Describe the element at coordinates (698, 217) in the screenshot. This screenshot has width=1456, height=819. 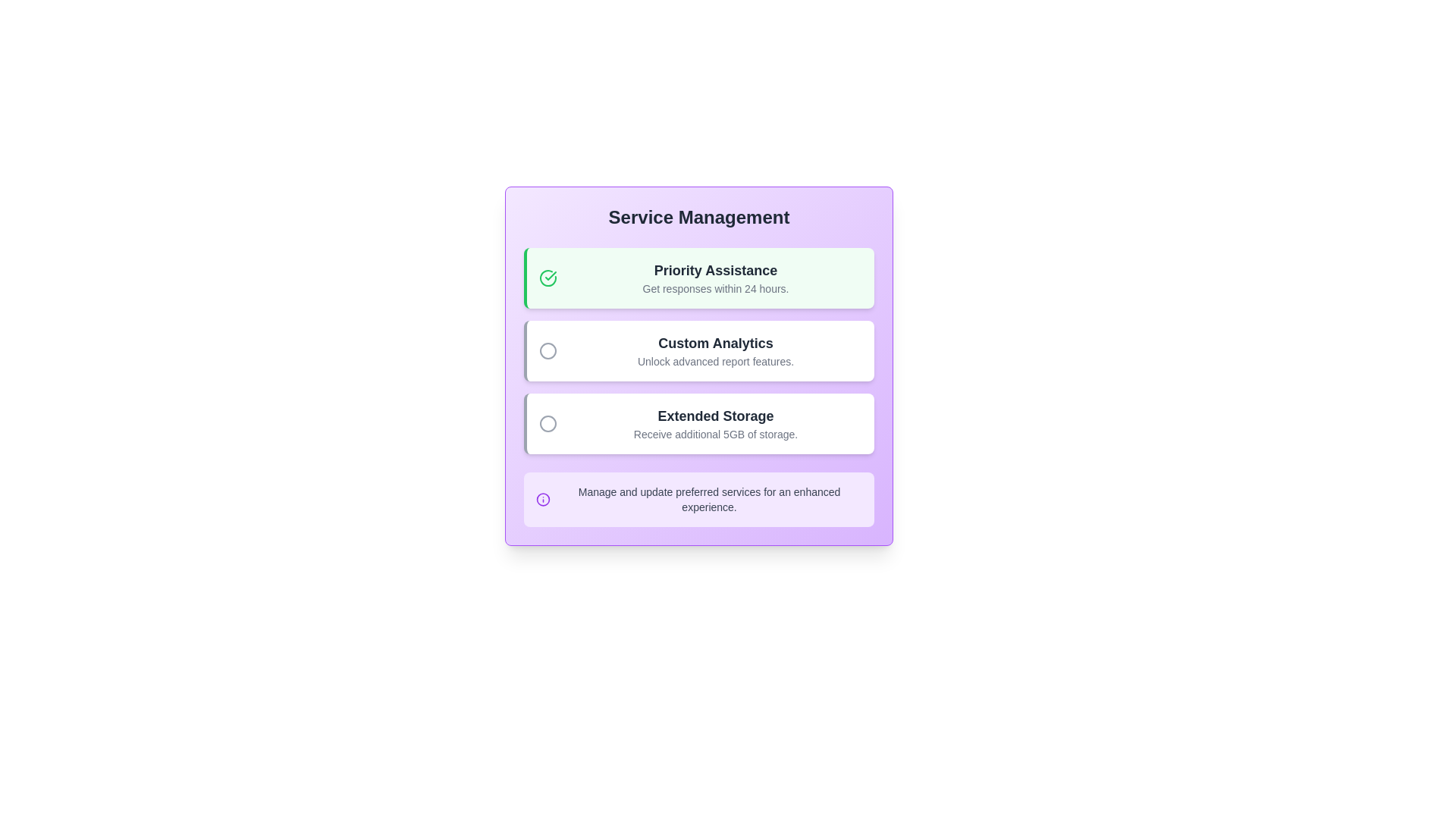
I see `the 'Service Management' static text header, which is a bold header located at the top inside a purple gradient box` at that location.